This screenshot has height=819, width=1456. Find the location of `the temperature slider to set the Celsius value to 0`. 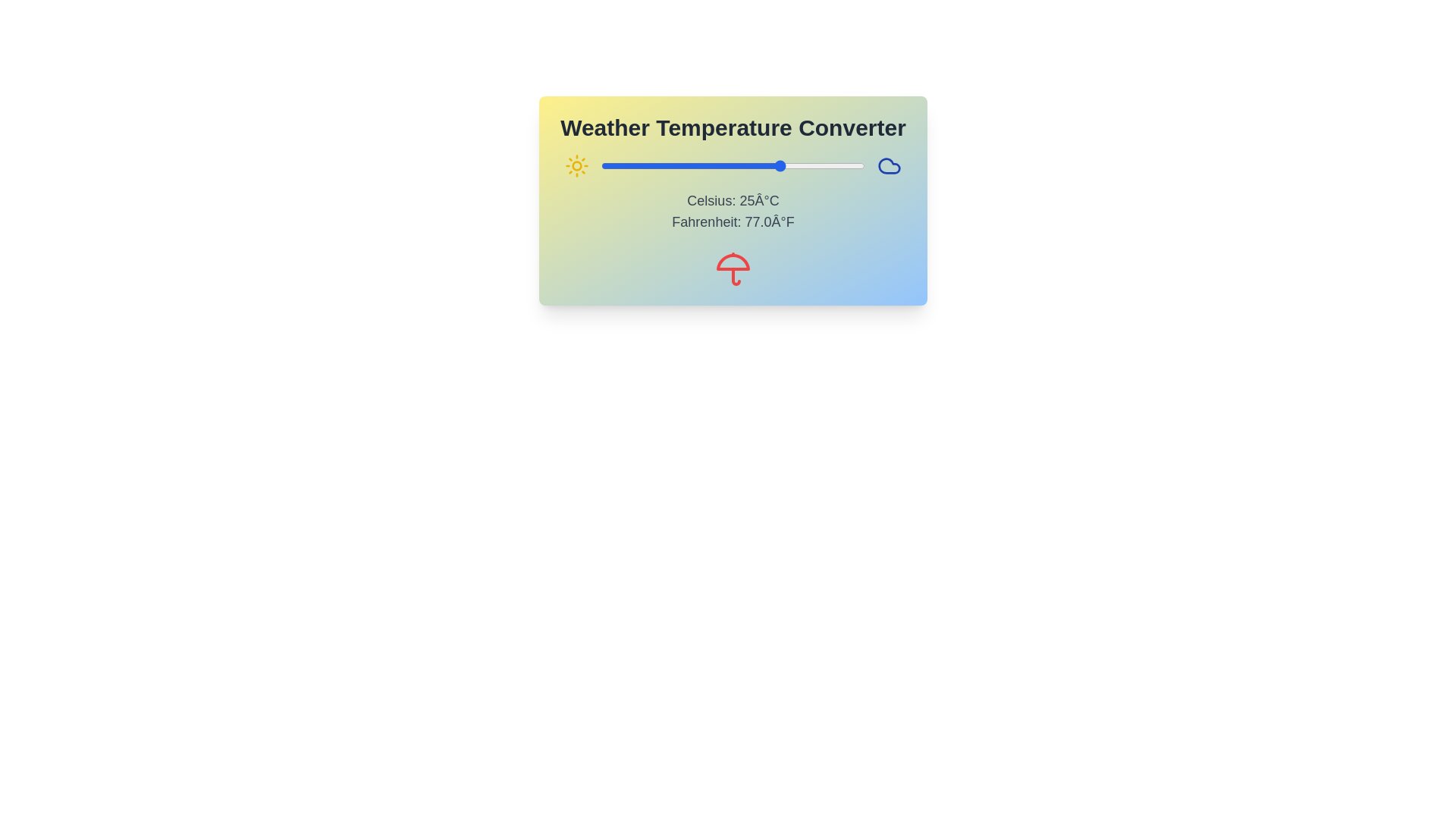

the temperature slider to set the Celsius value to 0 is located at coordinates (699, 166).